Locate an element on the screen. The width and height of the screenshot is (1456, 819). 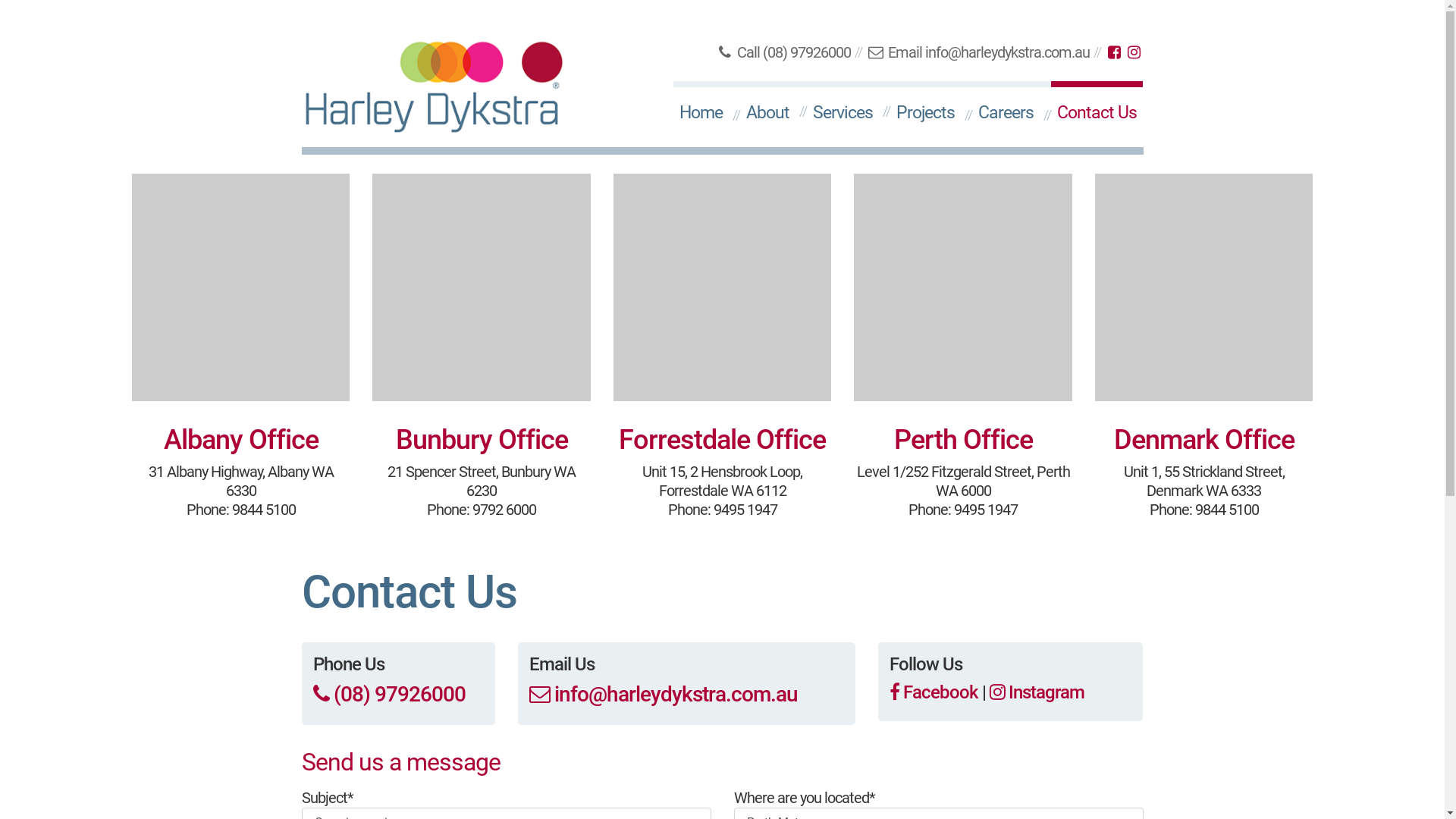
'info@harleydykstra.com.au' is located at coordinates (663, 694).